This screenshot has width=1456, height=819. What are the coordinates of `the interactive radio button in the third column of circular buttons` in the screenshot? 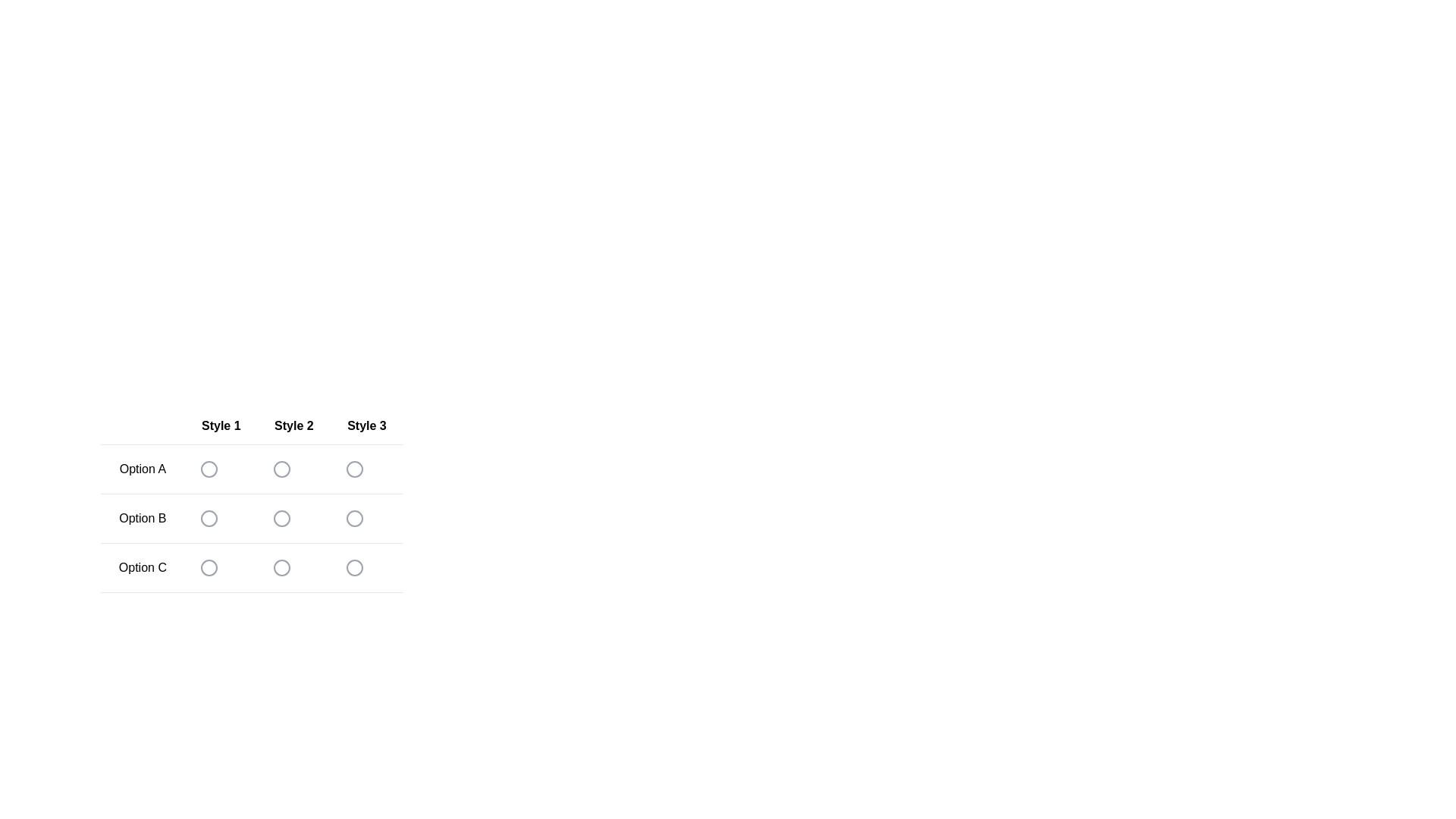 It's located at (353, 517).